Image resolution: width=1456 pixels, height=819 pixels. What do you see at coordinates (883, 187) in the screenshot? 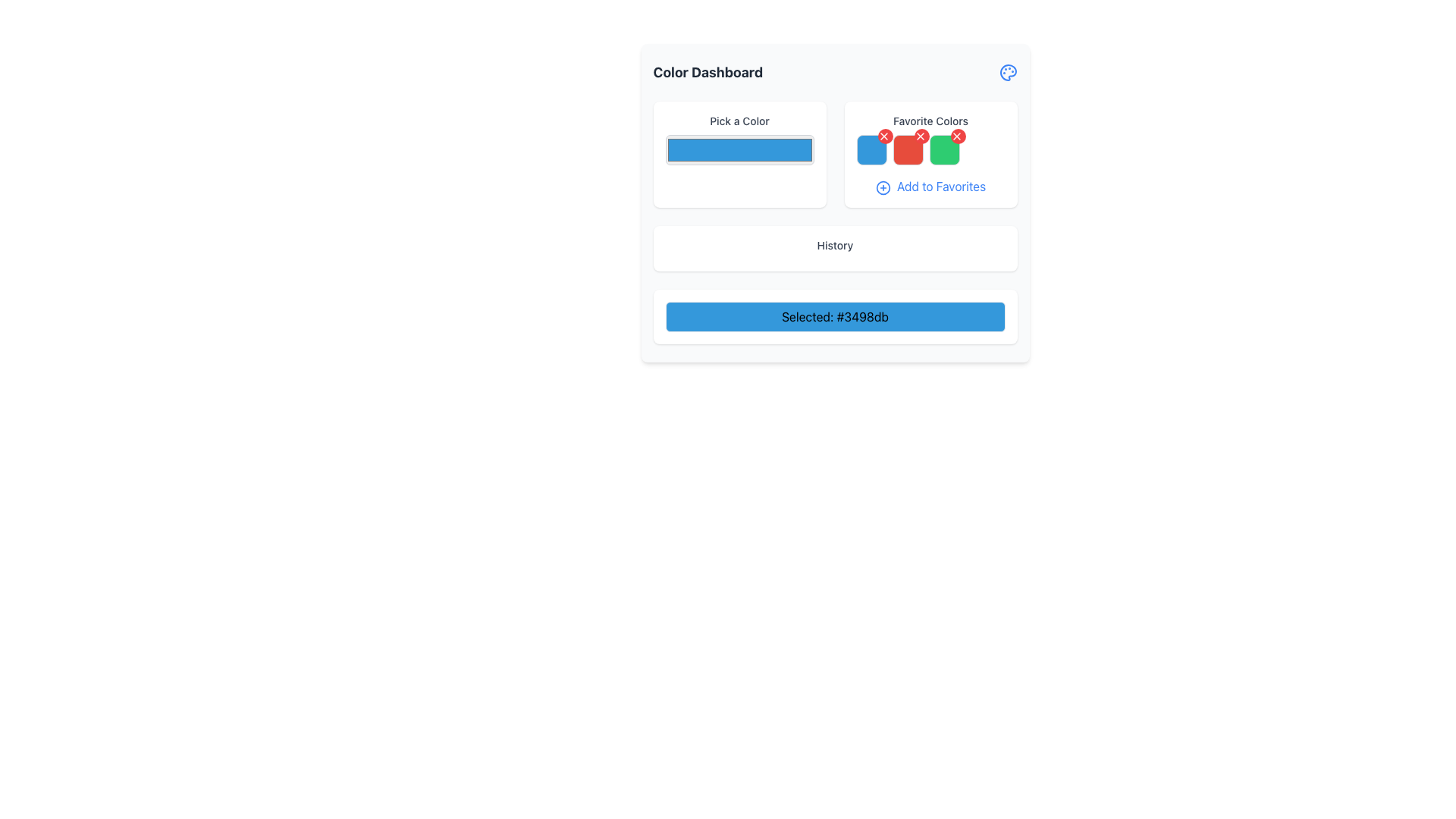
I see `the icon that symbolizes the action of adding items to the favorites list, located to the left of the text 'Add to Favorites'` at bounding box center [883, 187].